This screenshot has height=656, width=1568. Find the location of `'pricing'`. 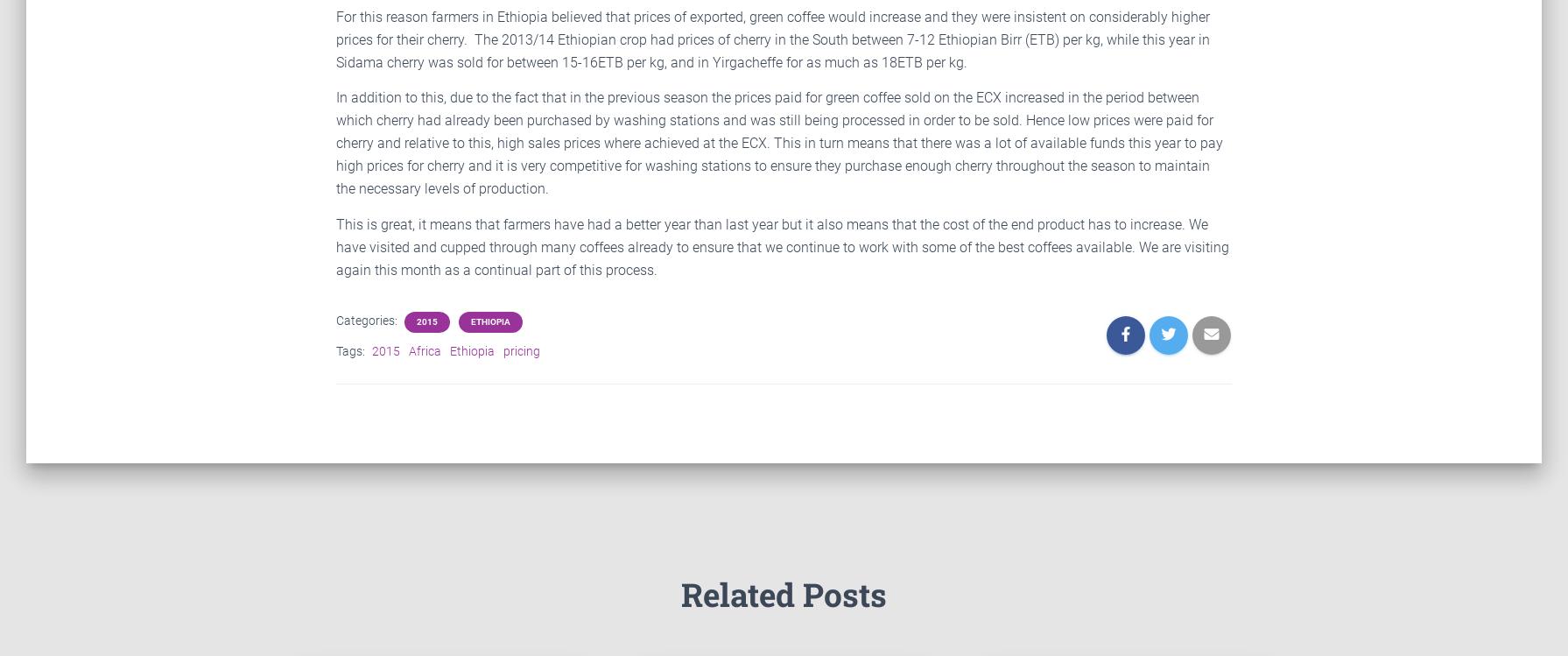

'pricing' is located at coordinates (522, 350).